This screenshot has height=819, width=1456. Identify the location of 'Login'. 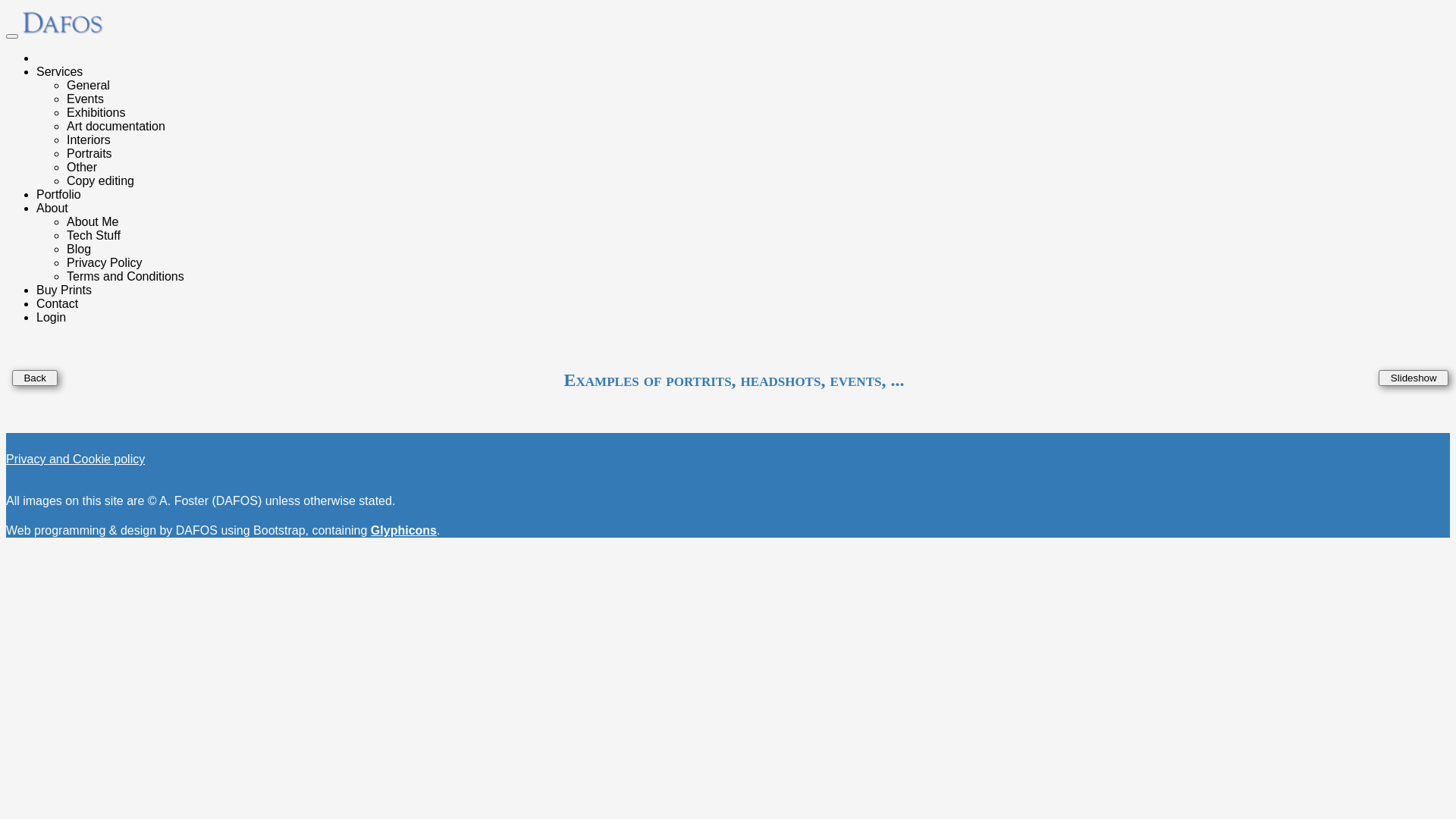
(51, 316).